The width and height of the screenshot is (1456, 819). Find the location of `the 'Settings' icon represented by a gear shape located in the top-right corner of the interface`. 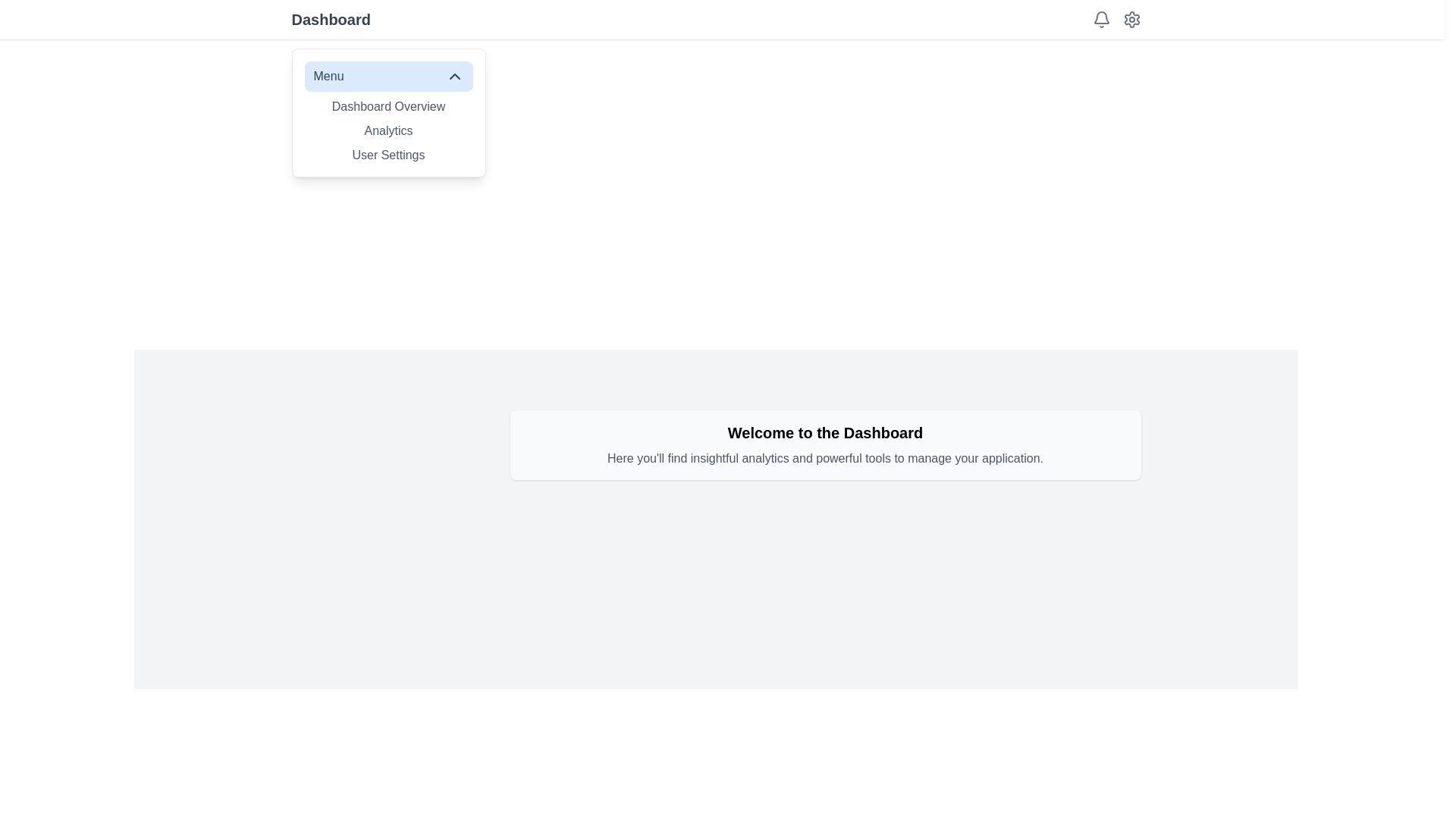

the 'Settings' icon represented by a gear shape located in the top-right corner of the interface is located at coordinates (1131, 20).